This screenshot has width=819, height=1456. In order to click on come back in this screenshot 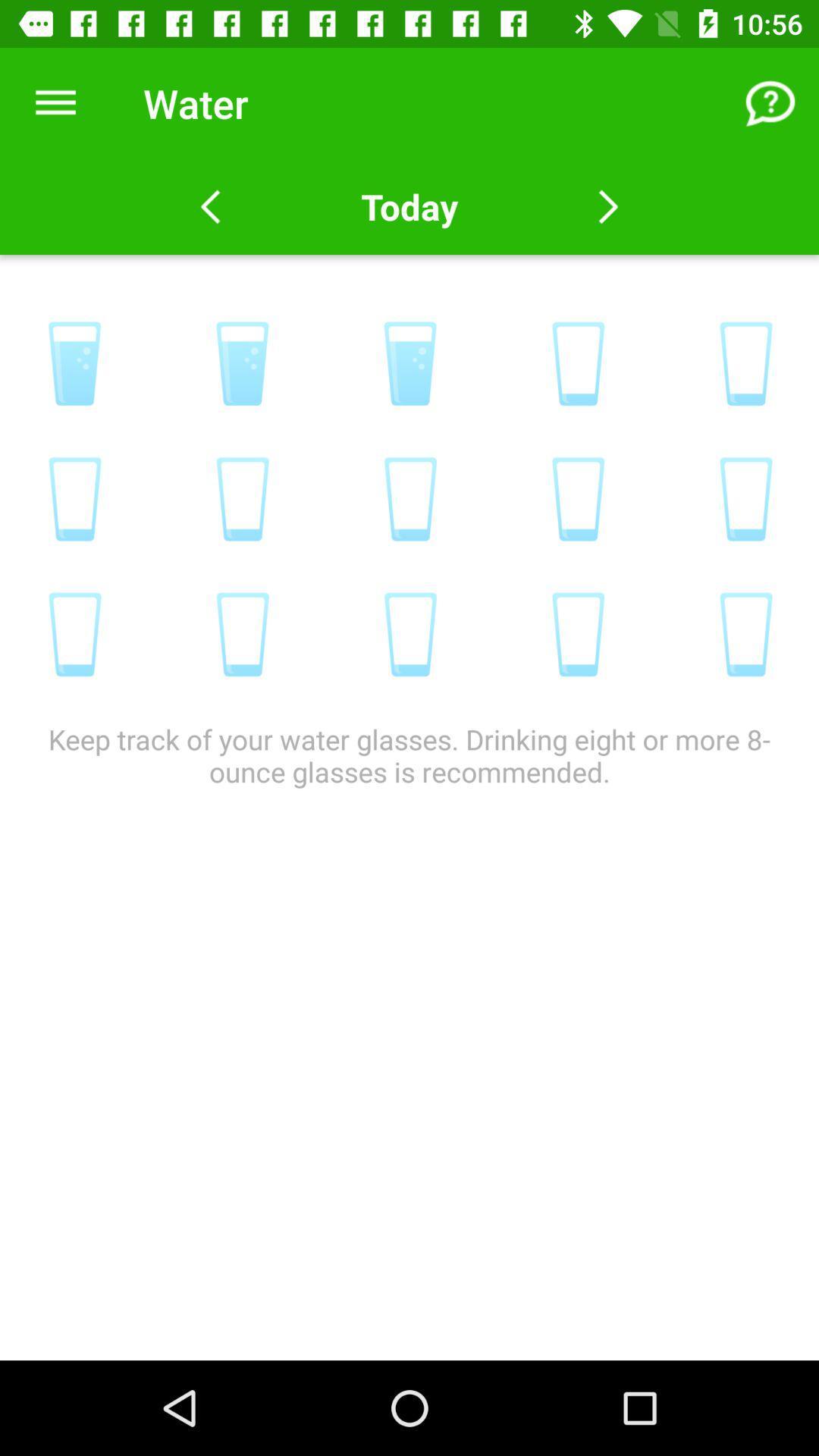, I will do `click(607, 206)`.